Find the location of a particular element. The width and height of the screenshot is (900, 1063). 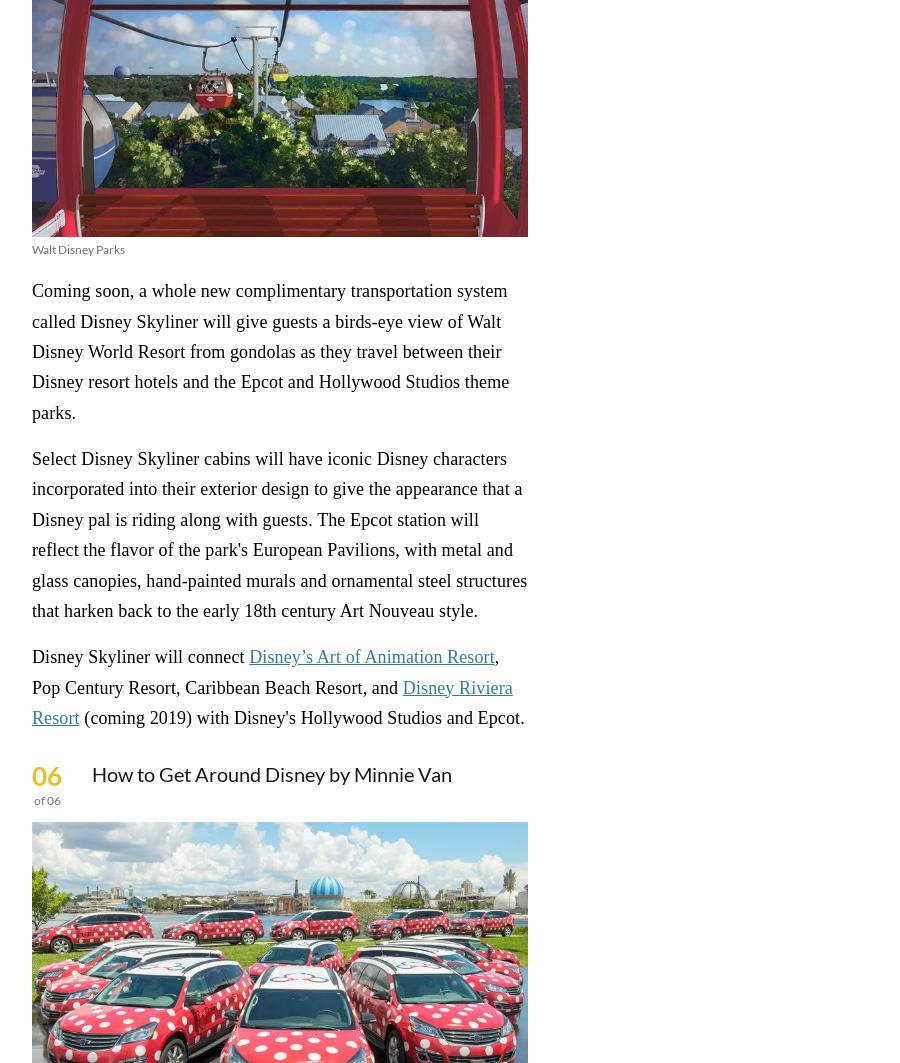

'06' is located at coordinates (45, 774).